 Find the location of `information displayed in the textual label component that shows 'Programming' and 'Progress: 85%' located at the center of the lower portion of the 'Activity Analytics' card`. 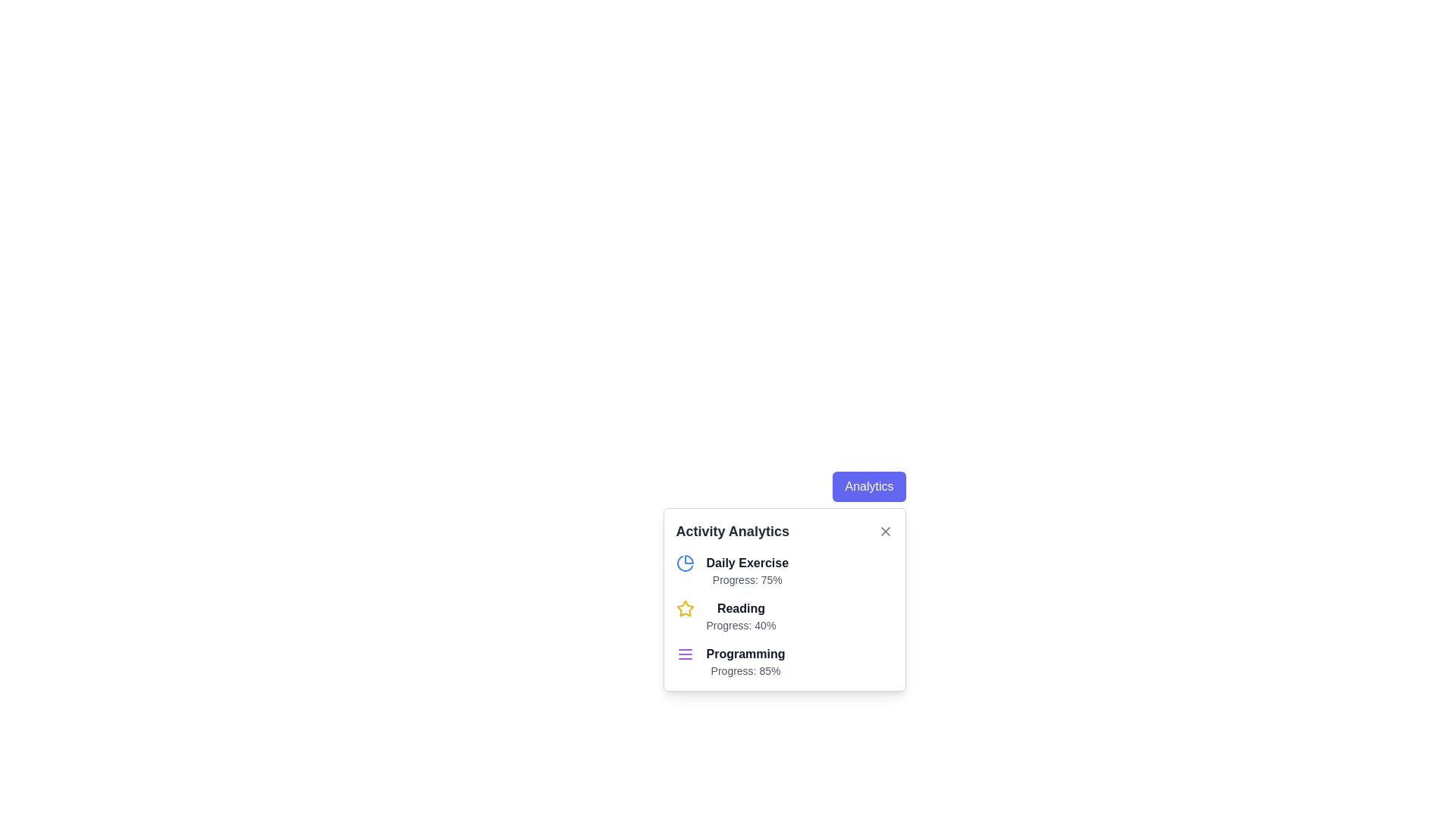

information displayed in the textual label component that shows 'Programming' and 'Progress: 85%' located at the center of the lower portion of the 'Activity Analytics' card is located at coordinates (745, 661).